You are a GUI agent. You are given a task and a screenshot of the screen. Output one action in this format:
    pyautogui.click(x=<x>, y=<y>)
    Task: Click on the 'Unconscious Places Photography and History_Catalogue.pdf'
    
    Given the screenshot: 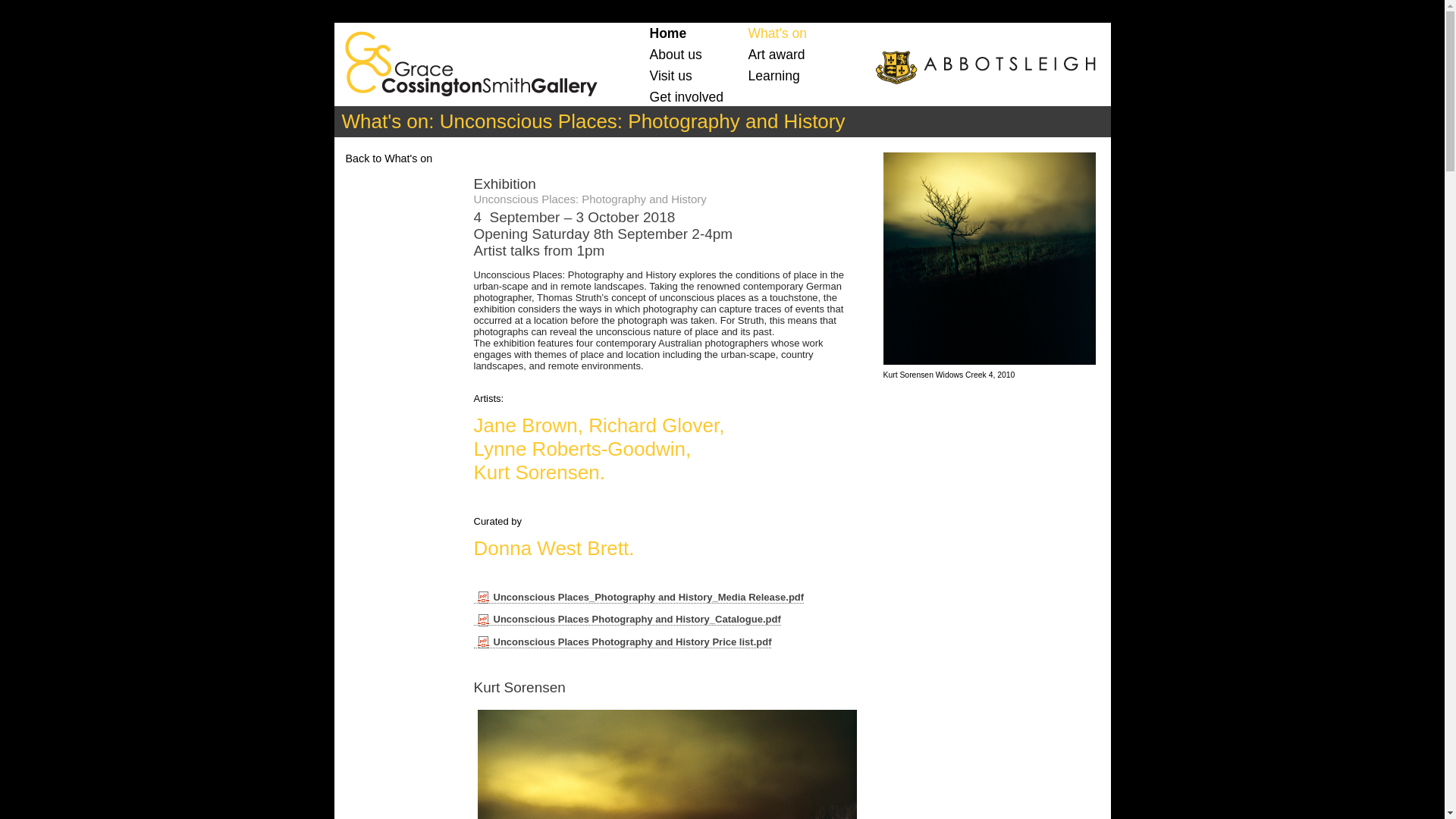 What is the action you would take?
    pyautogui.click(x=626, y=620)
    